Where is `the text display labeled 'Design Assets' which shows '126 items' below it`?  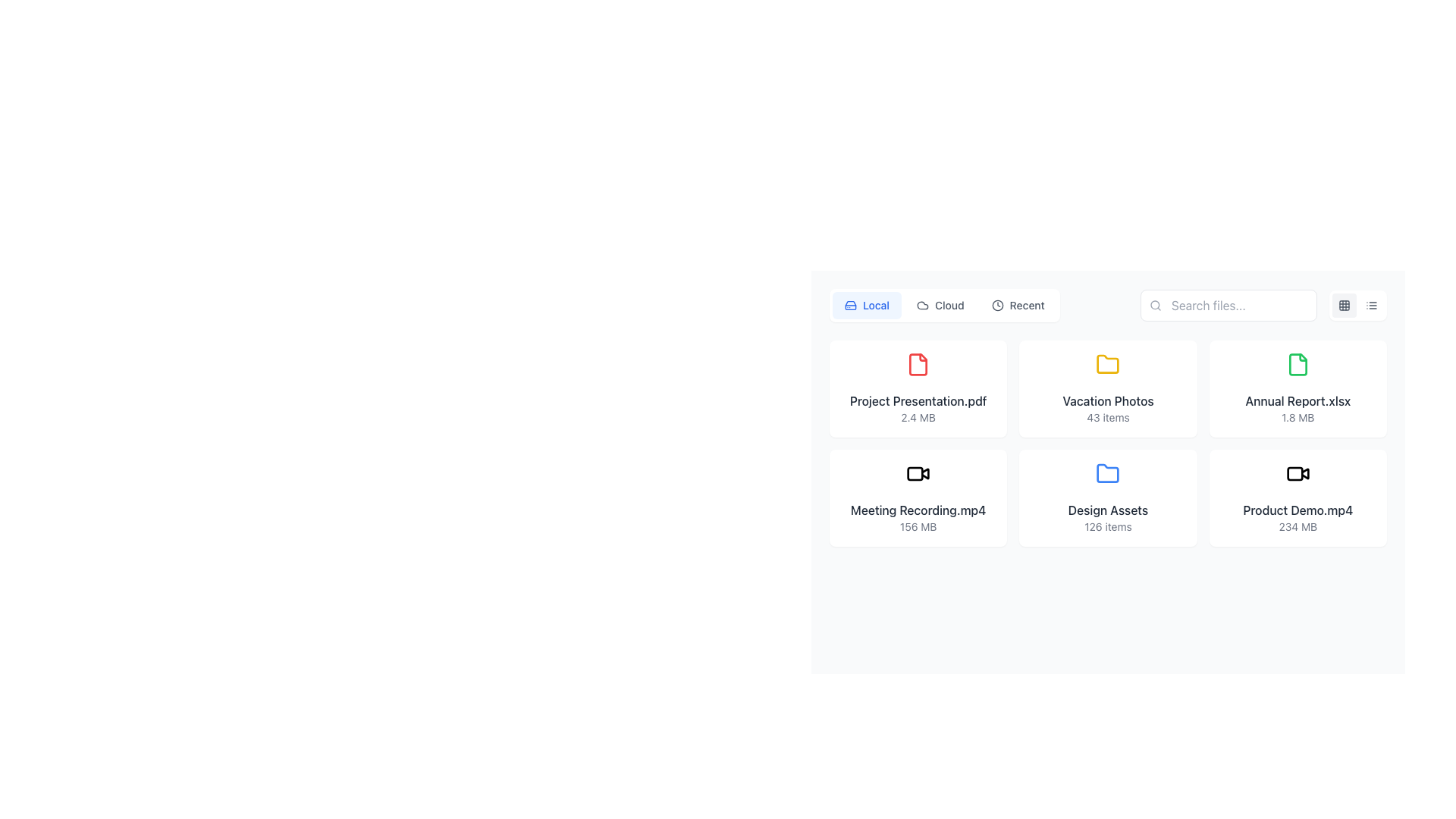
the text display labeled 'Design Assets' which shows '126 items' below it is located at coordinates (1108, 516).